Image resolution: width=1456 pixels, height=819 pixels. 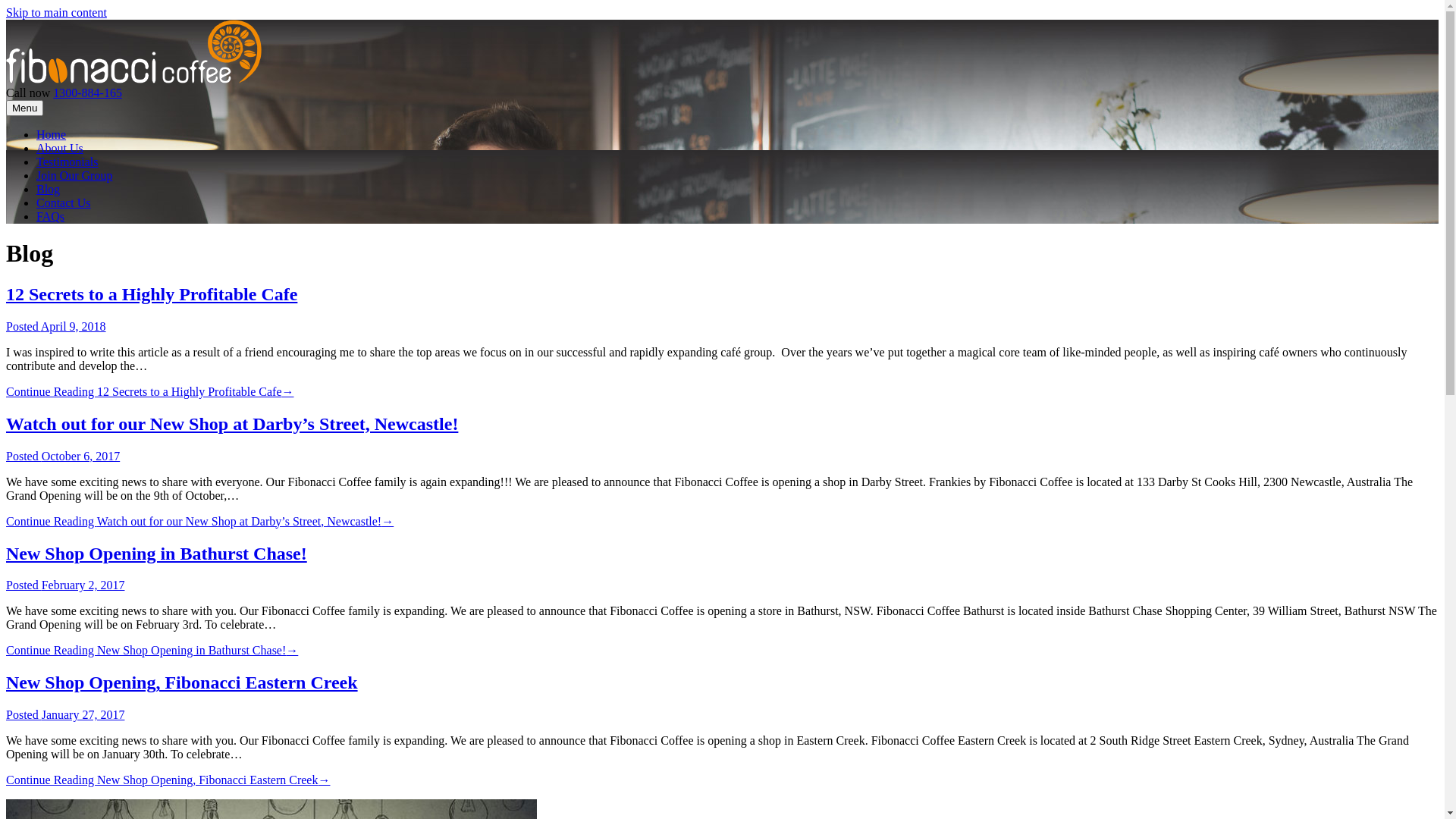 I want to click on 'Posted October 6, 2017', so click(x=6, y=455).